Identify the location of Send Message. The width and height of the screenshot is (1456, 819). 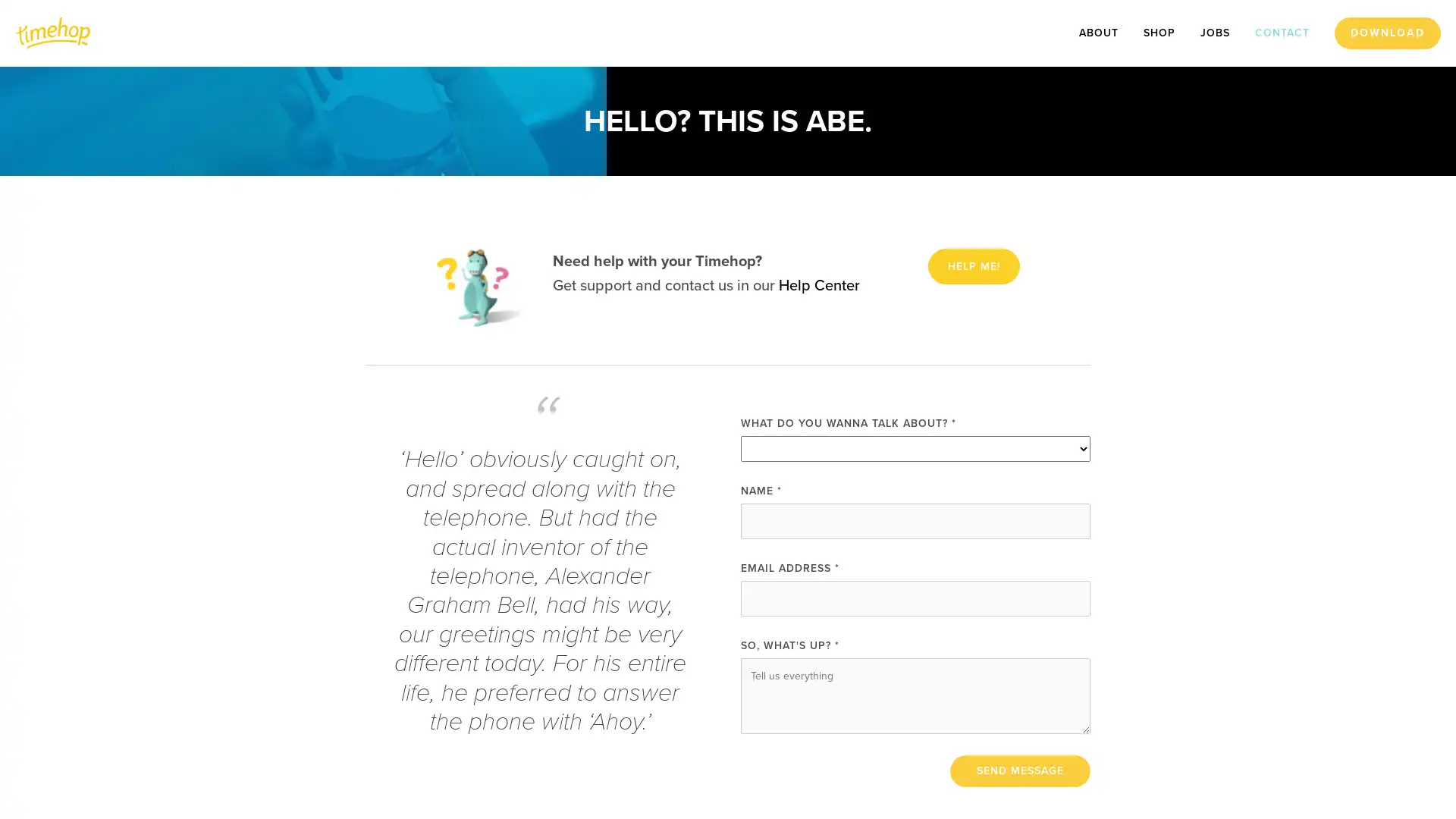
(1020, 770).